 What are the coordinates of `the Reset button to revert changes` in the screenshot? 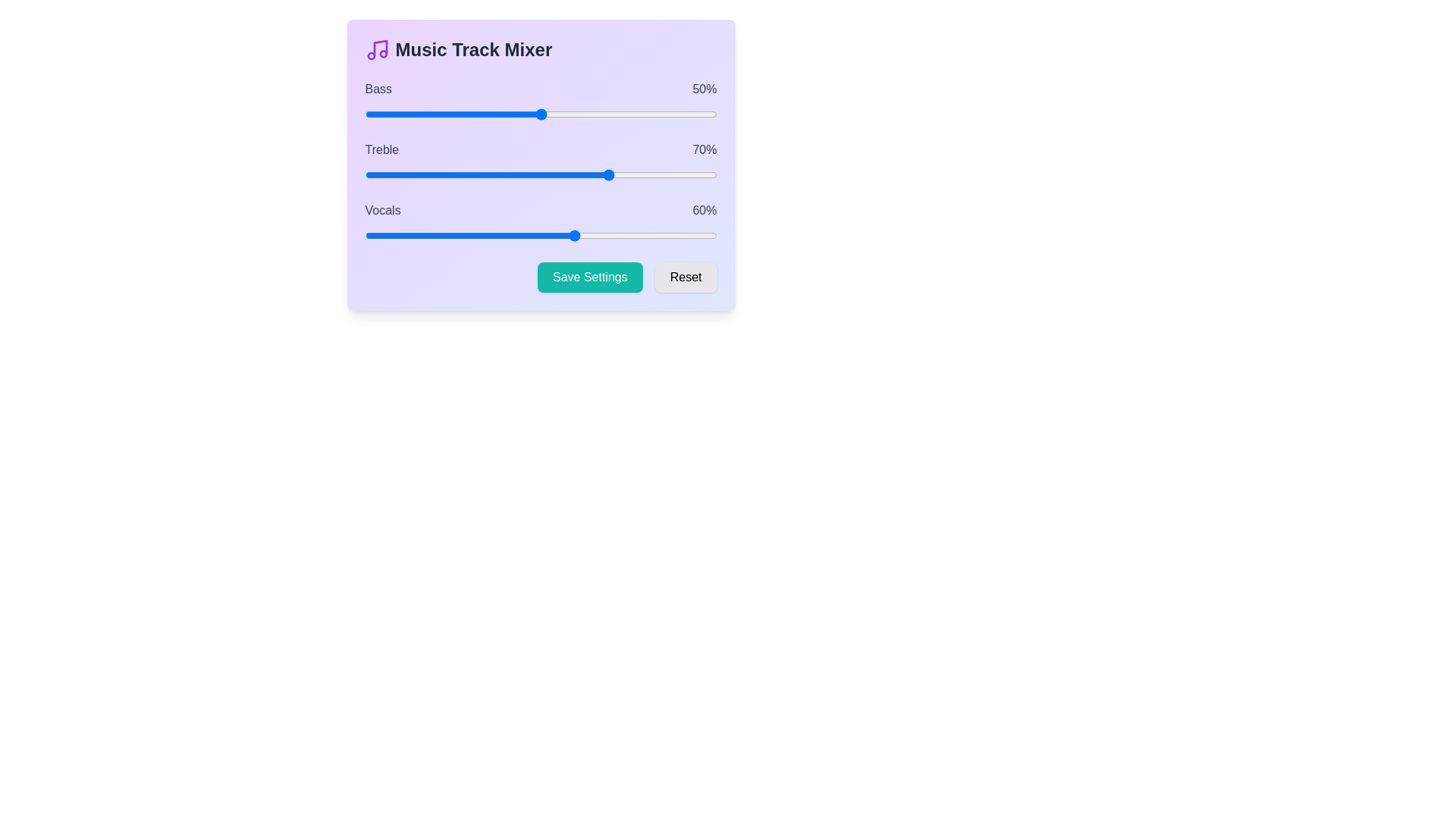 It's located at (685, 278).